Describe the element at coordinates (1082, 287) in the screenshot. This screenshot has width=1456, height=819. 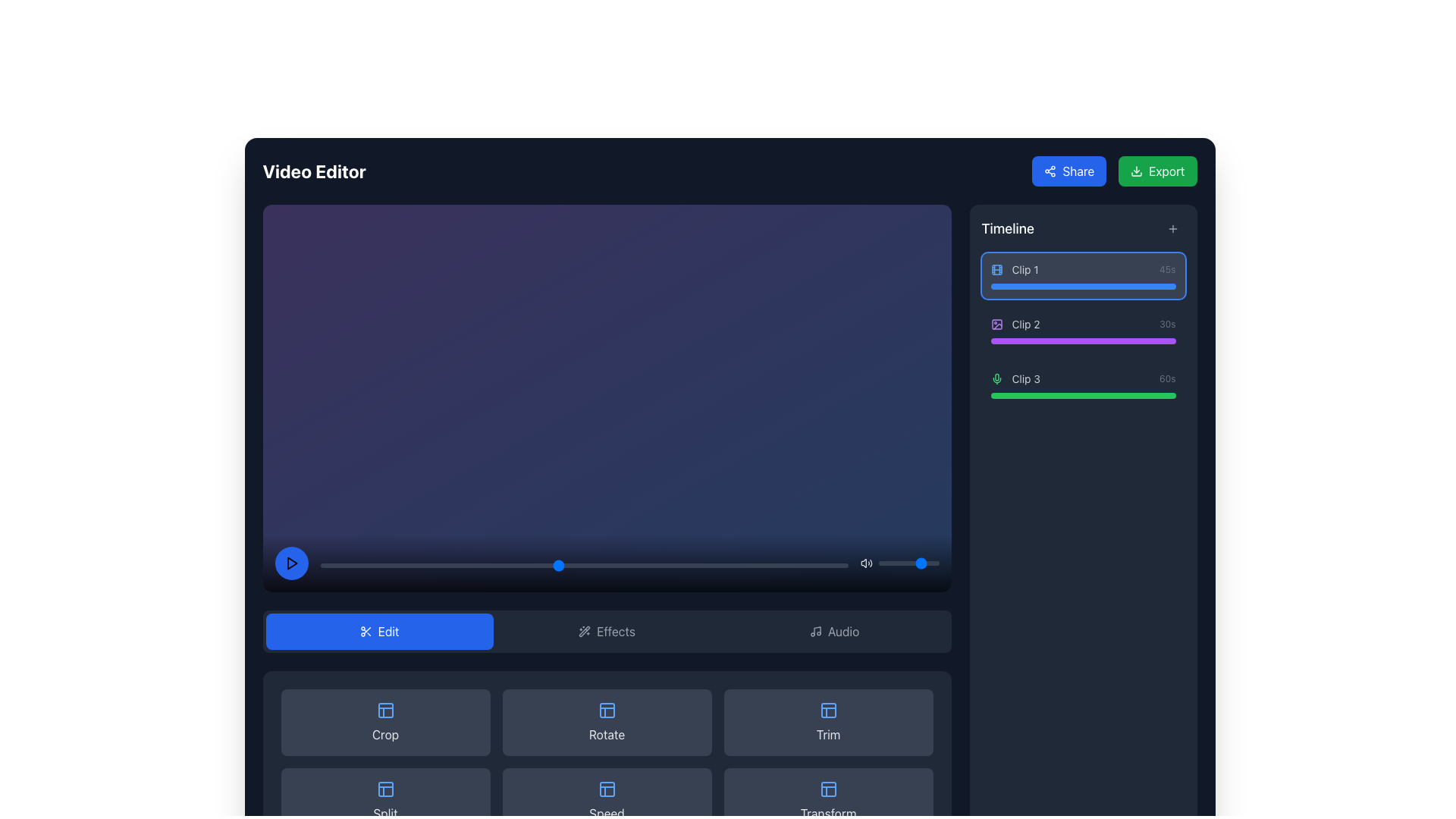
I see `the progress bar located in the timeline section below 'Clip 1'` at that location.